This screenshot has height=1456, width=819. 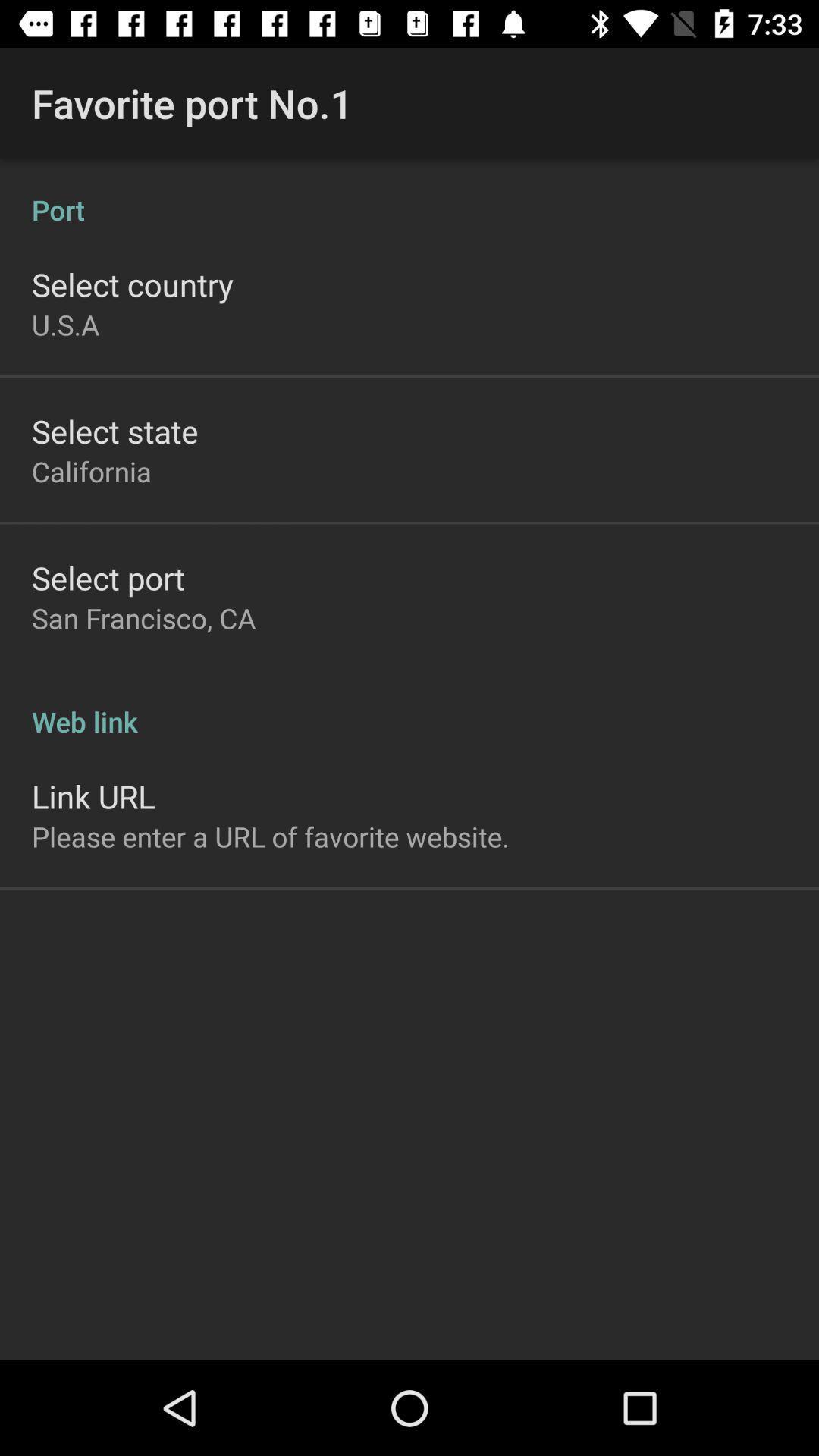 I want to click on the select state app, so click(x=114, y=430).